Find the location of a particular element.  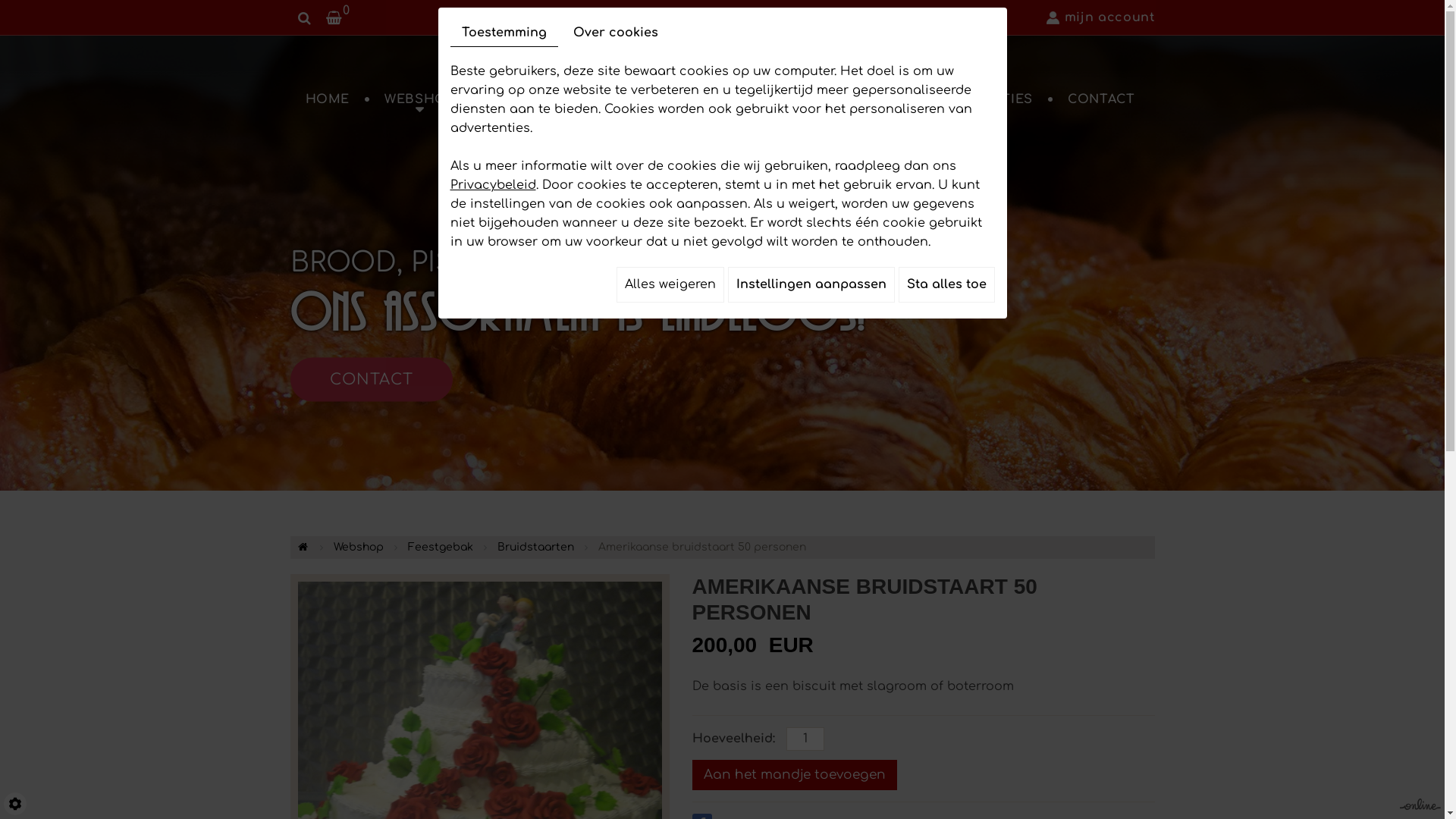

'Aan het mandje toevoegen' is located at coordinates (792, 775).